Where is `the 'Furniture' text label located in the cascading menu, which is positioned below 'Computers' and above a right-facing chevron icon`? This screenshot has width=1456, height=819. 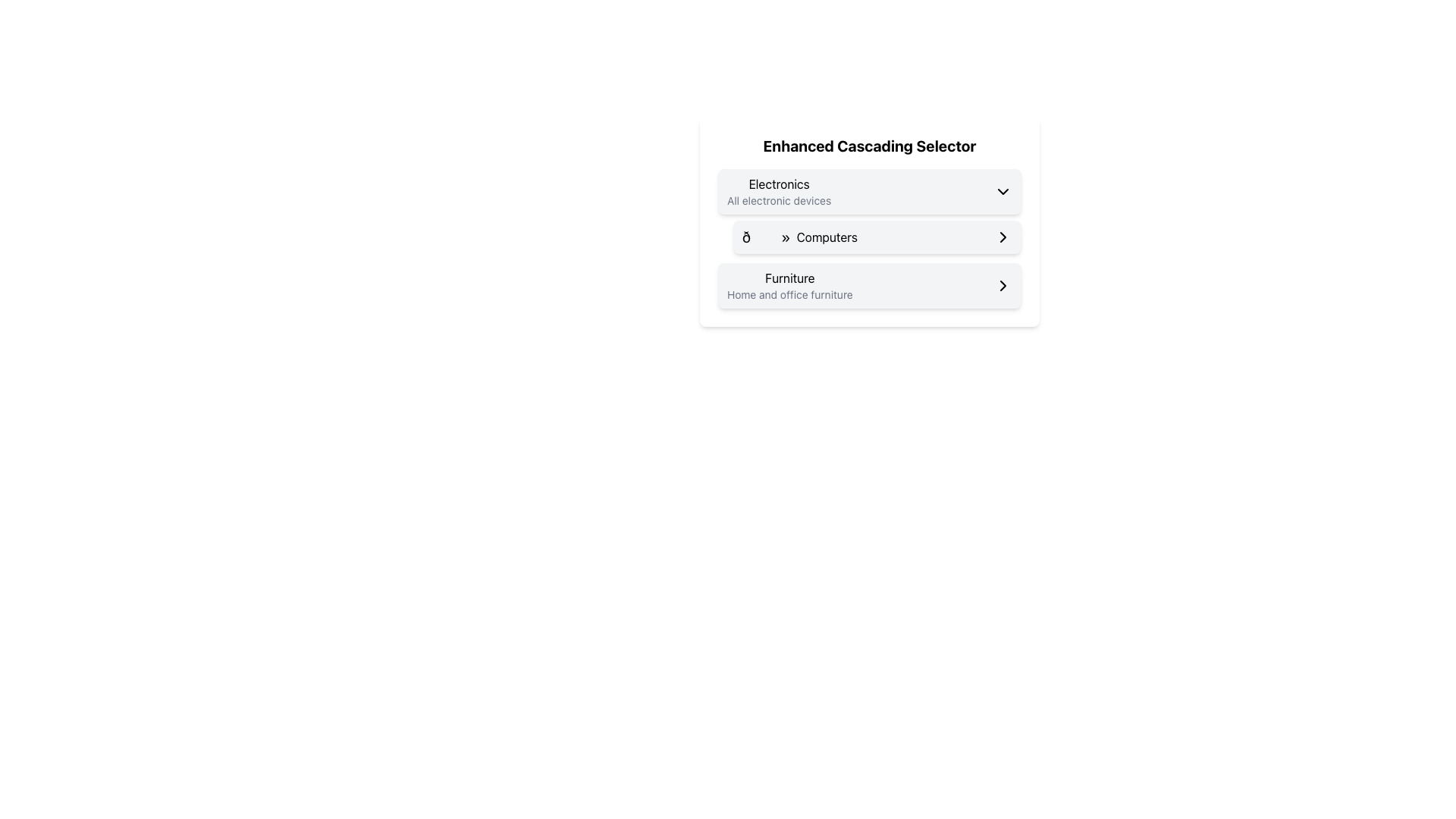 the 'Furniture' text label located in the cascading menu, which is positioned below 'Computers' and above a right-facing chevron icon is located at coordinates (789, 286).